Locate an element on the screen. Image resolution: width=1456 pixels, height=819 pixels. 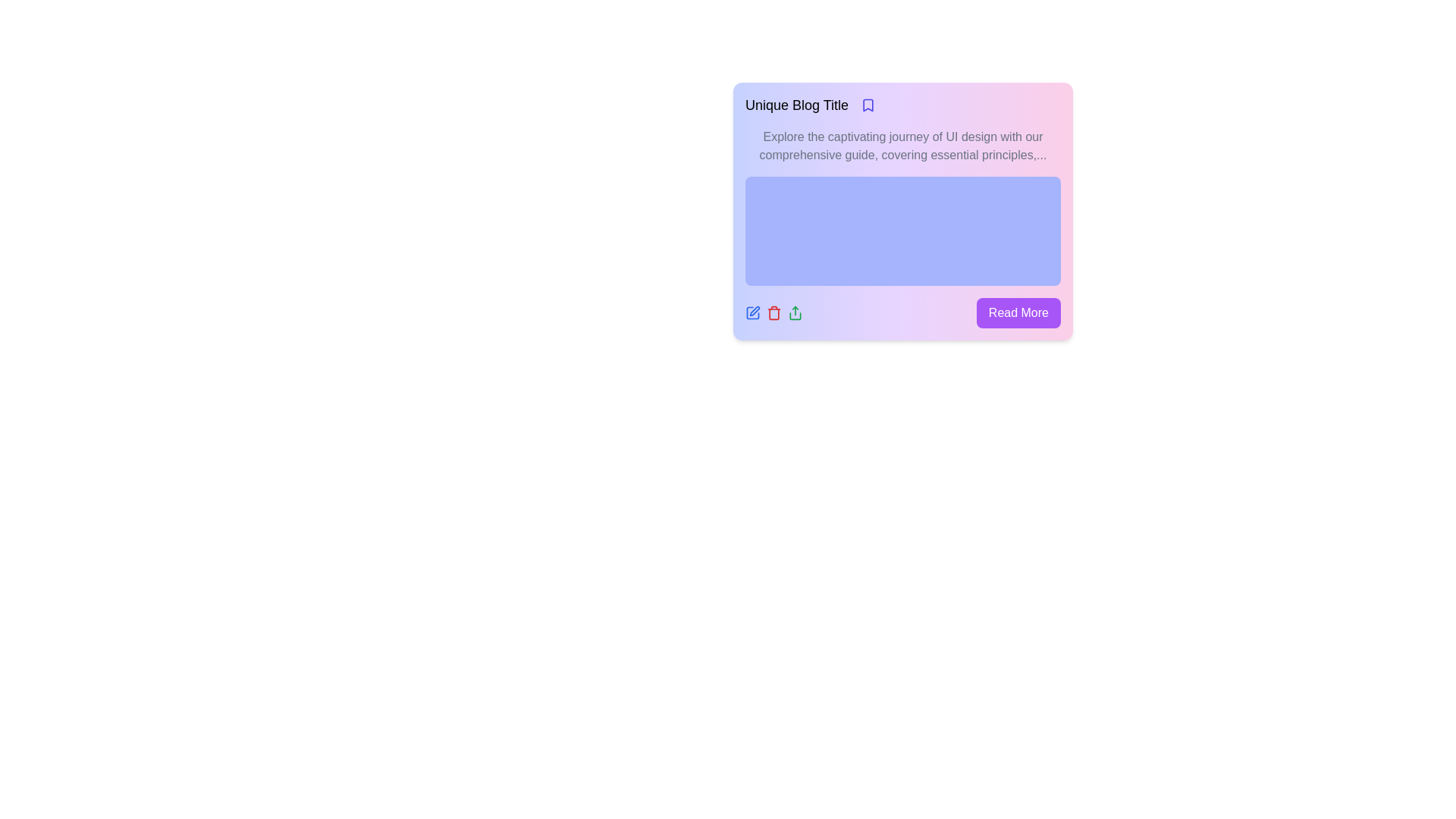
the delete icon button located in the bottom-left section of the card-like interface, which is the second element in the row of icons is located at coordinates (774, 312).